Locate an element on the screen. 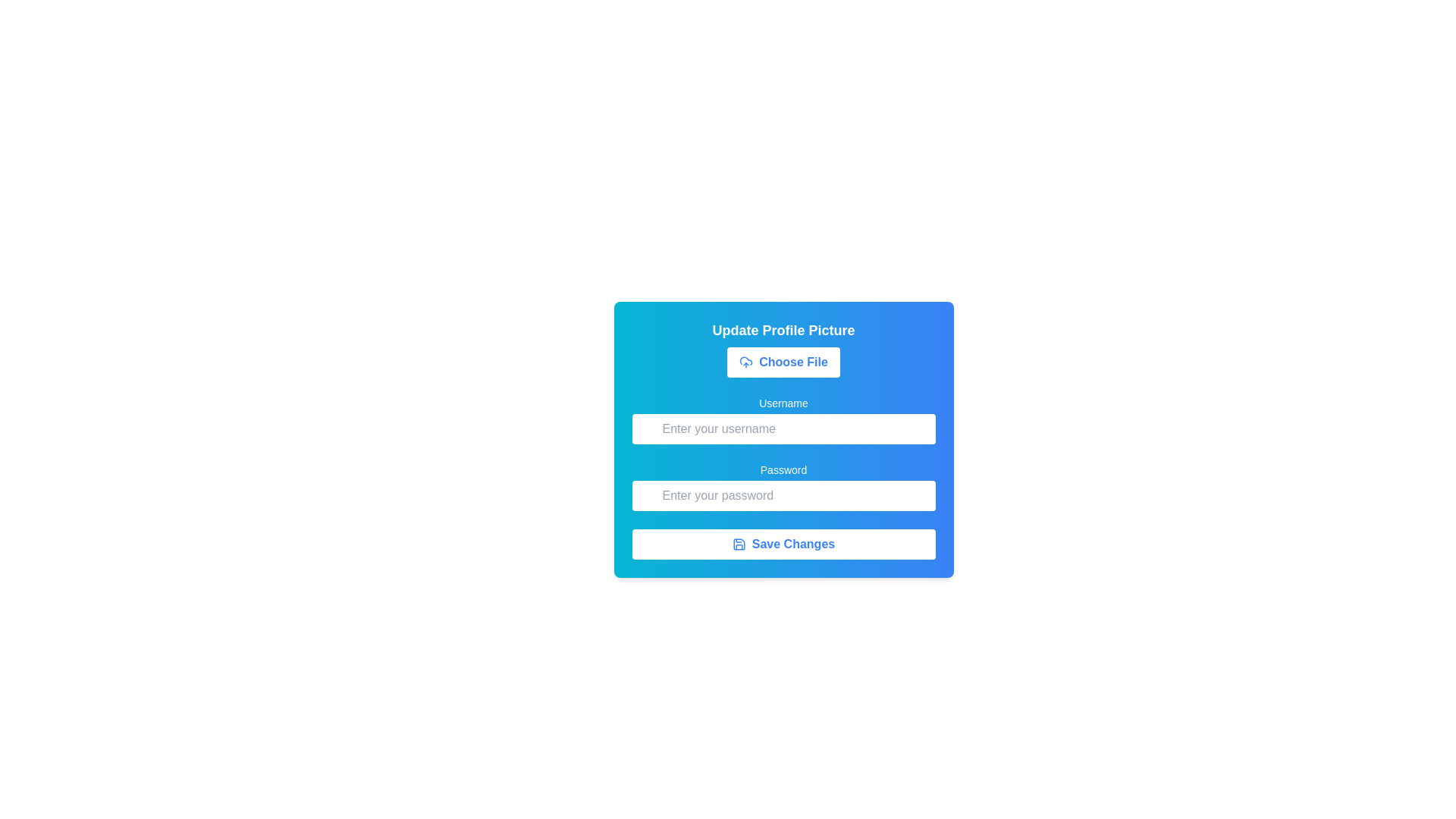 This screenshot has height=819, width=1456. the save icon located within the 'Save Changes' button at the bottom of the form component is located at coordinates (739, 543).